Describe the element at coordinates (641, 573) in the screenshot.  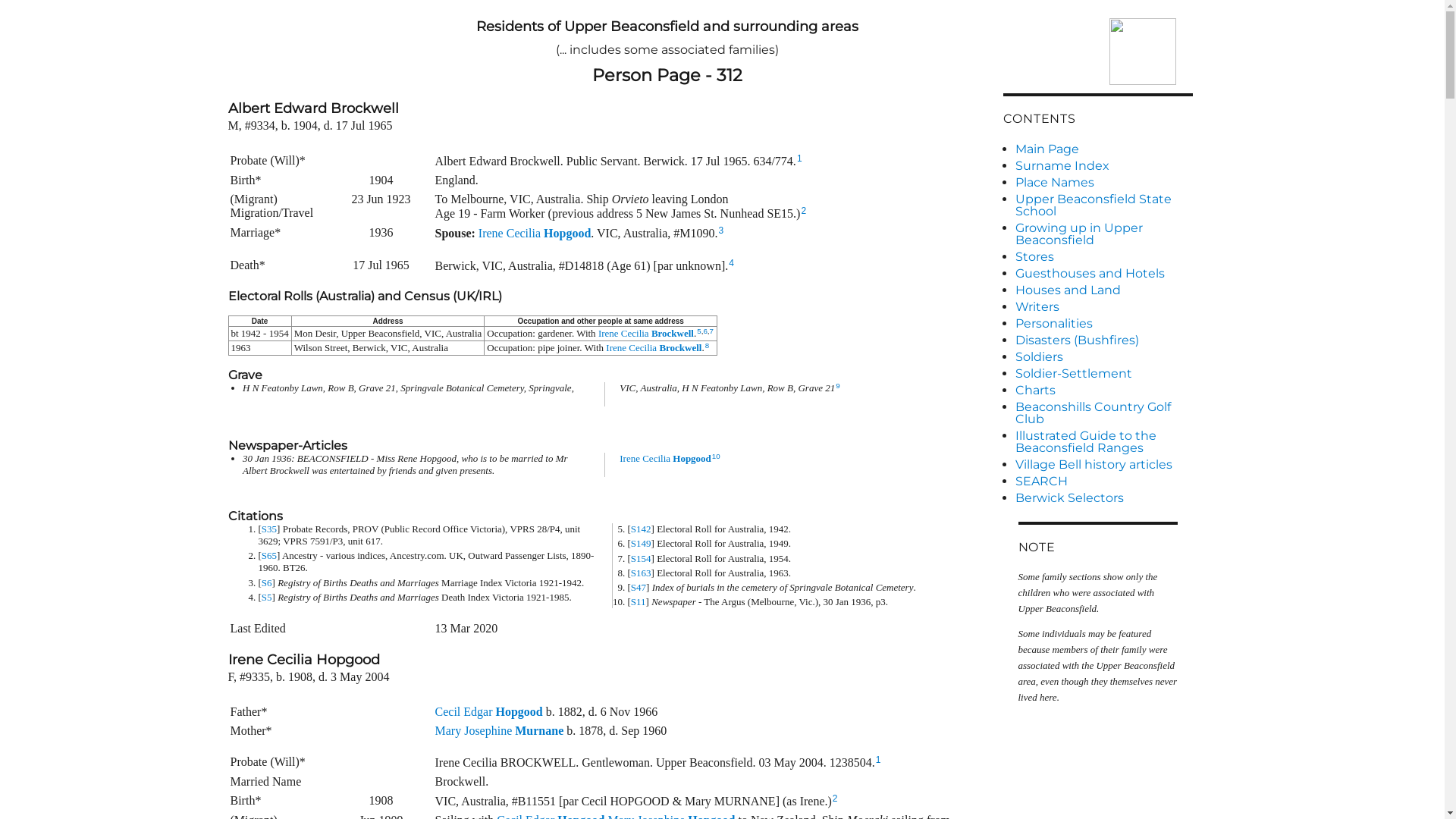
I see `'S163'` at that location.